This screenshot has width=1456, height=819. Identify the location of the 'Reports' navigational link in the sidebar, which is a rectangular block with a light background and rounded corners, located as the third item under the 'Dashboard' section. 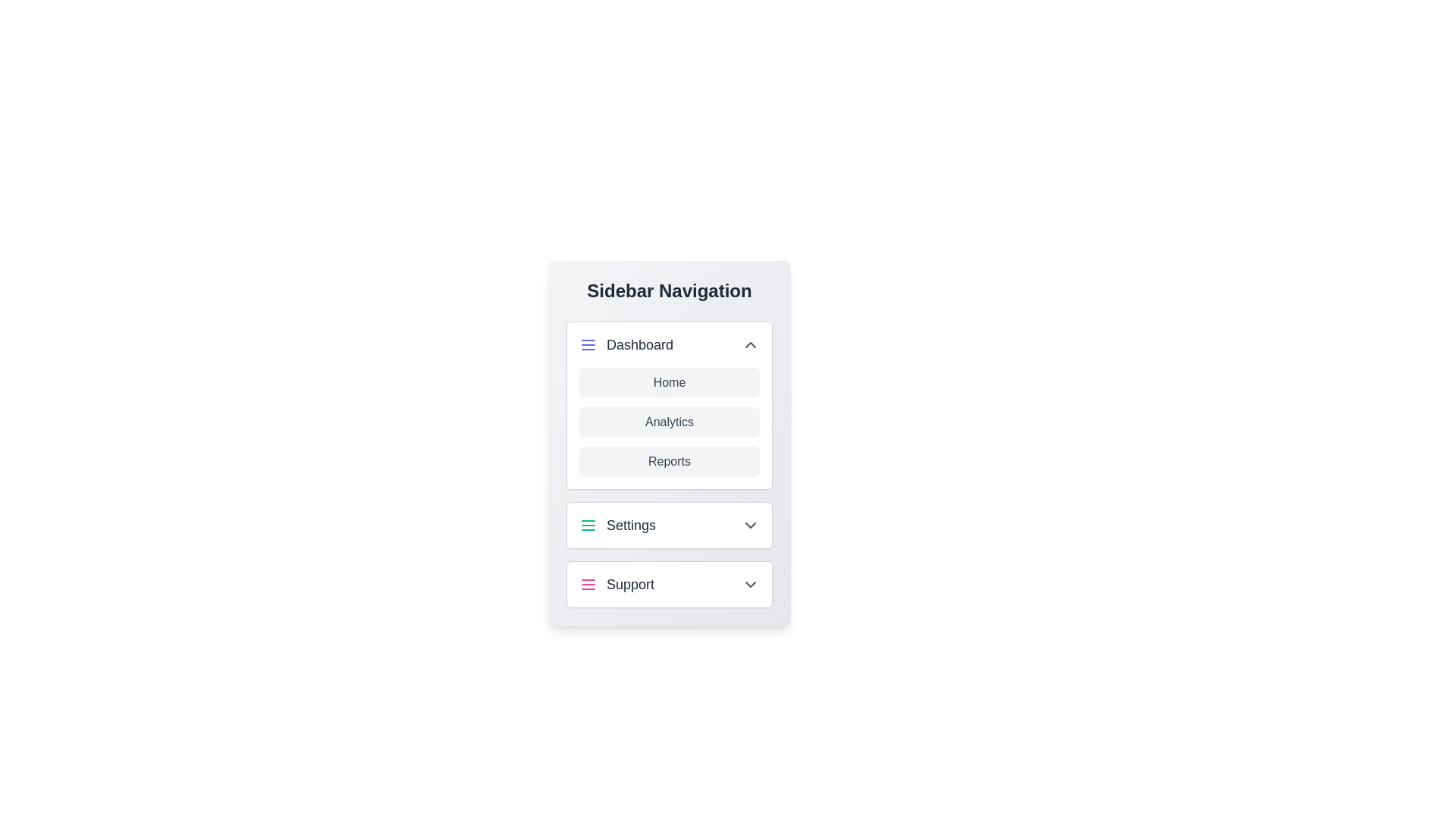
(669, 464).